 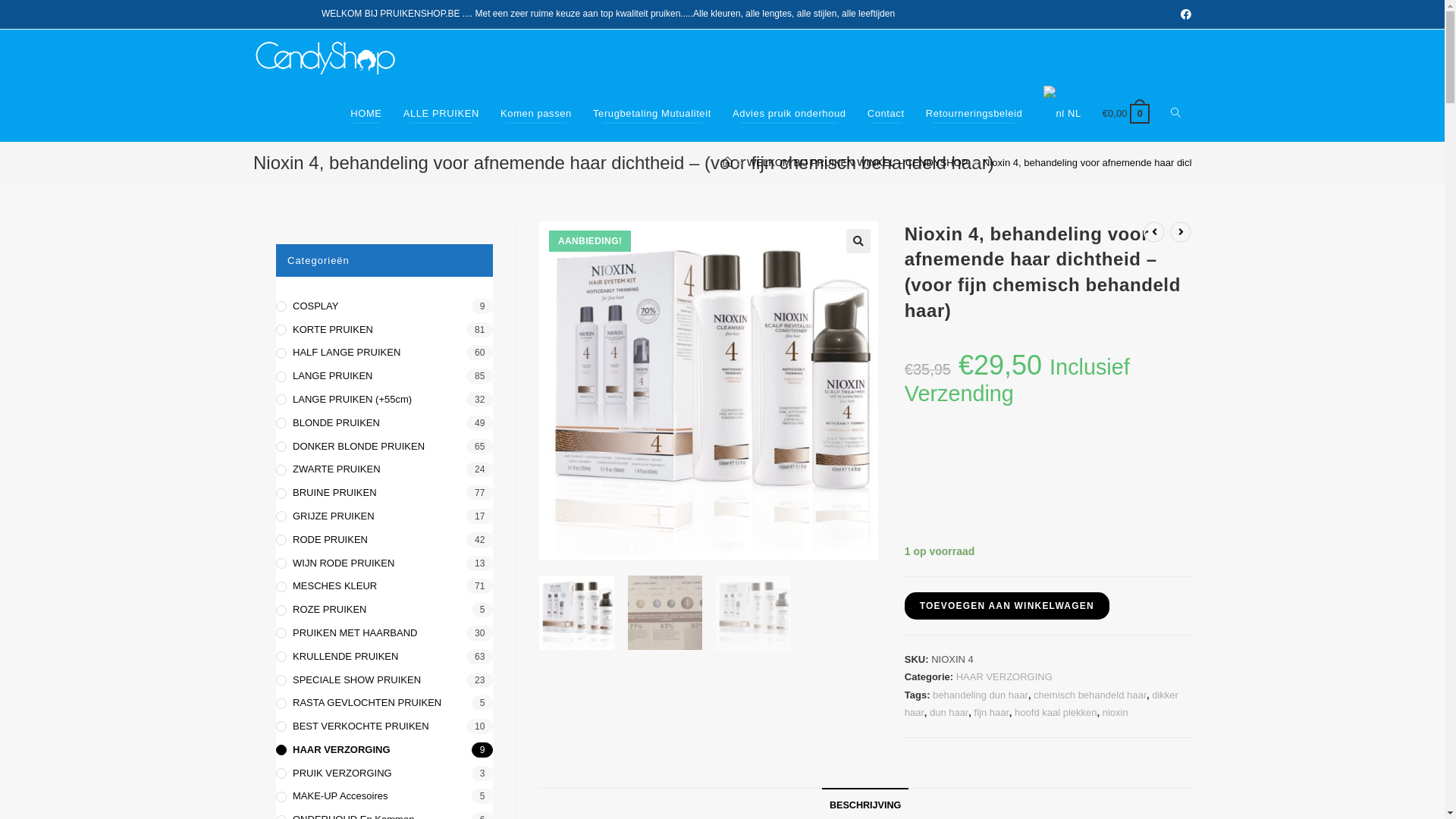 I want to click on 'LANGE PRUIKEN', so click(x=384, y=375).